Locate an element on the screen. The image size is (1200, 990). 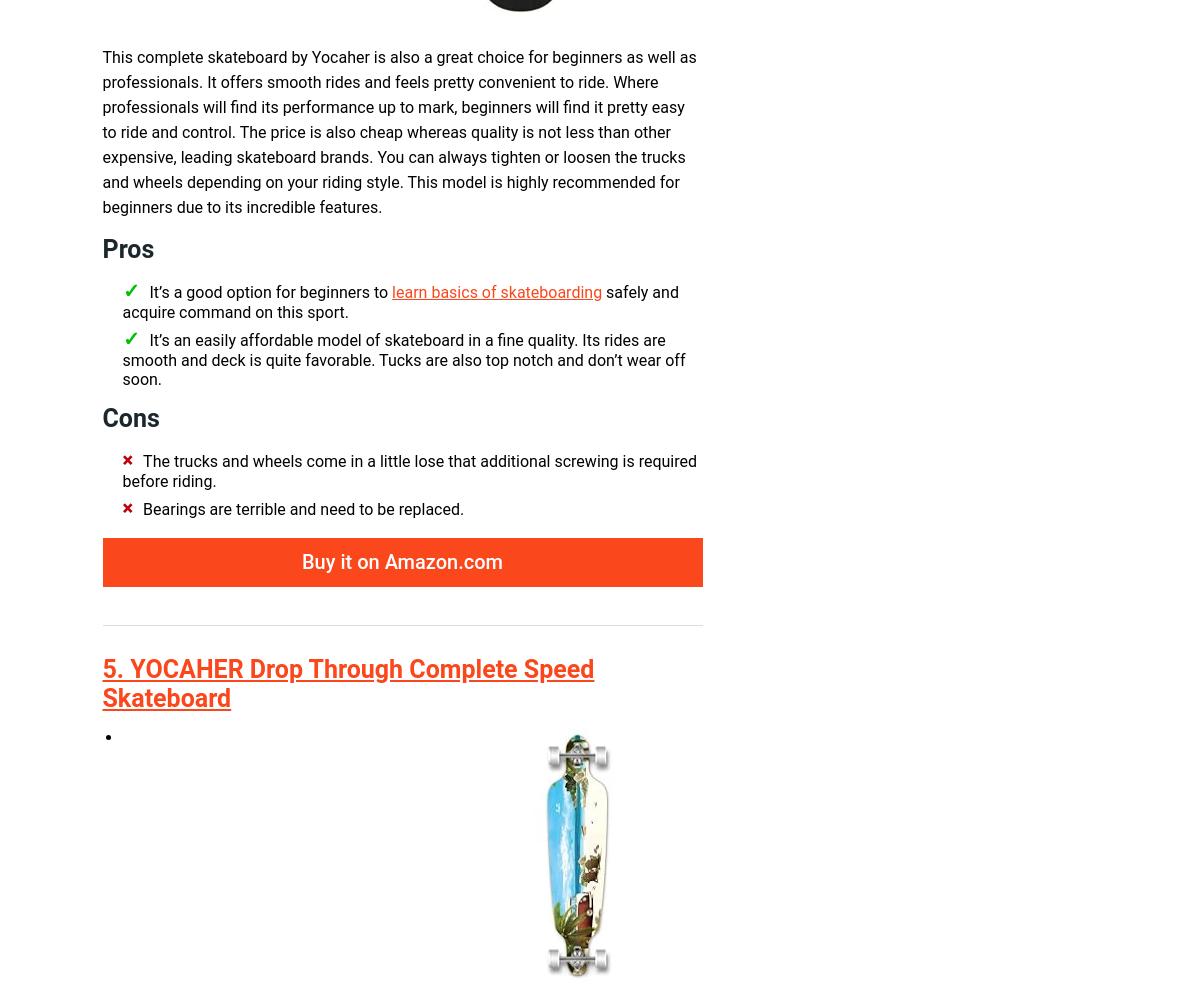
'safely and acquire command on this sport.' is located at coordinates (399, 301).